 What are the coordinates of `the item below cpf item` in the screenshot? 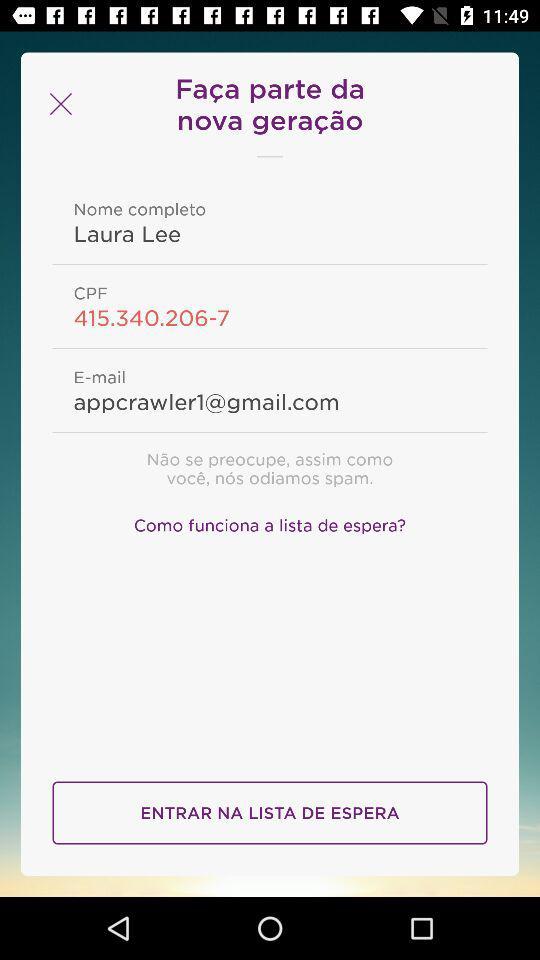 It's located at (270, 317).